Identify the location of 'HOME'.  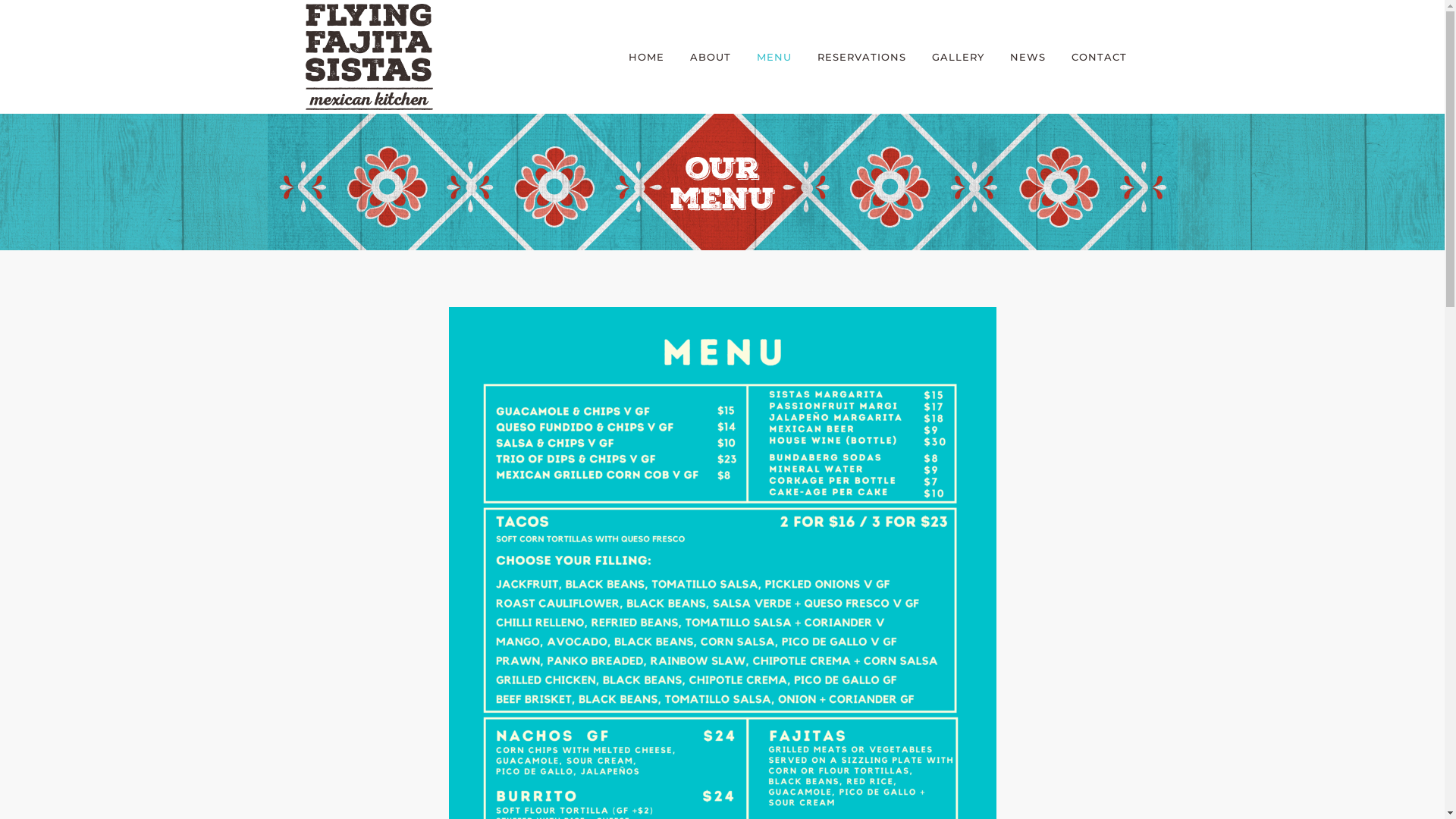
(646, 55).